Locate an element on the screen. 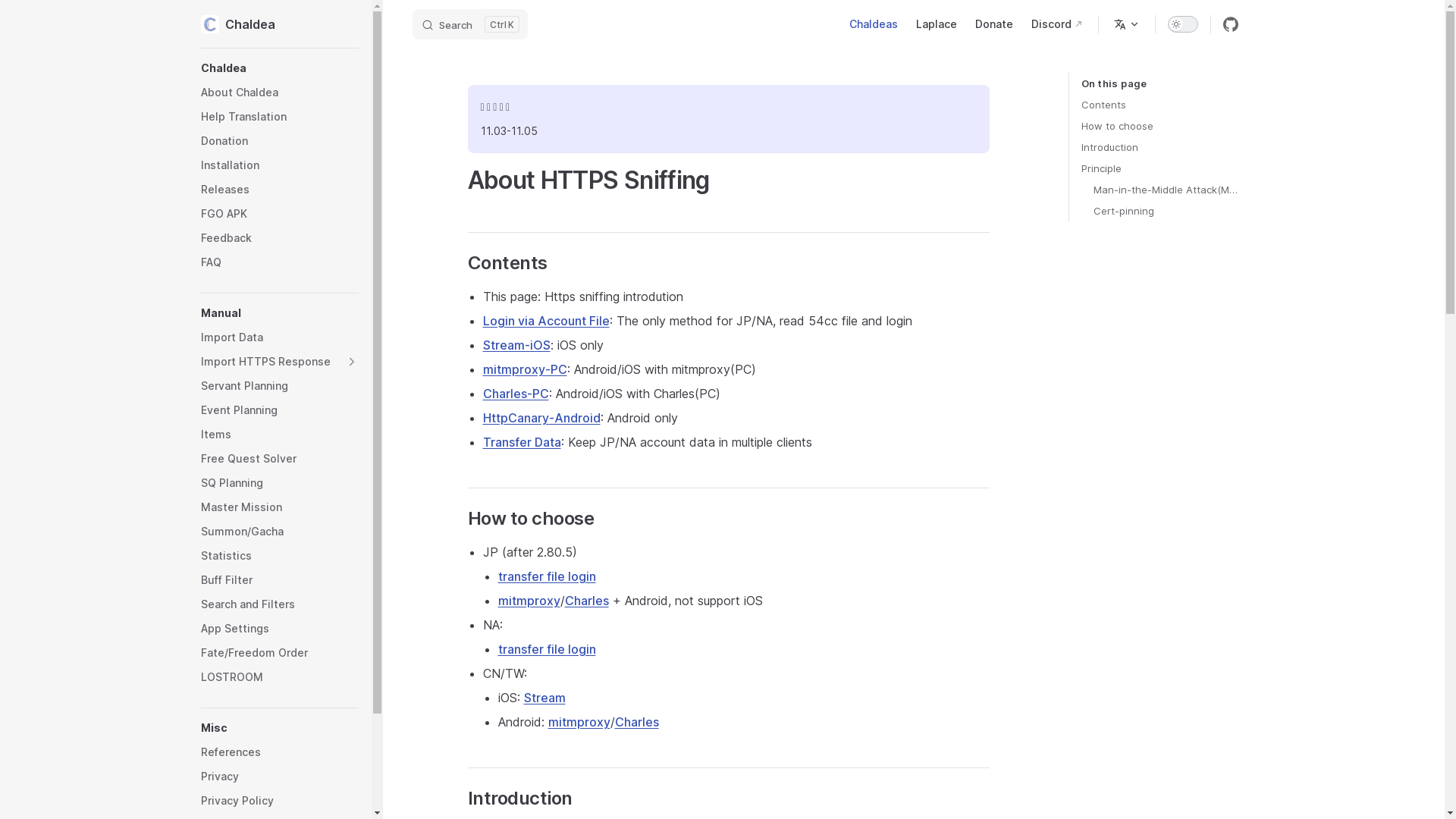 This screenshot has width=1456, height=819. 'Releases' is located at coordinates (279, 189).